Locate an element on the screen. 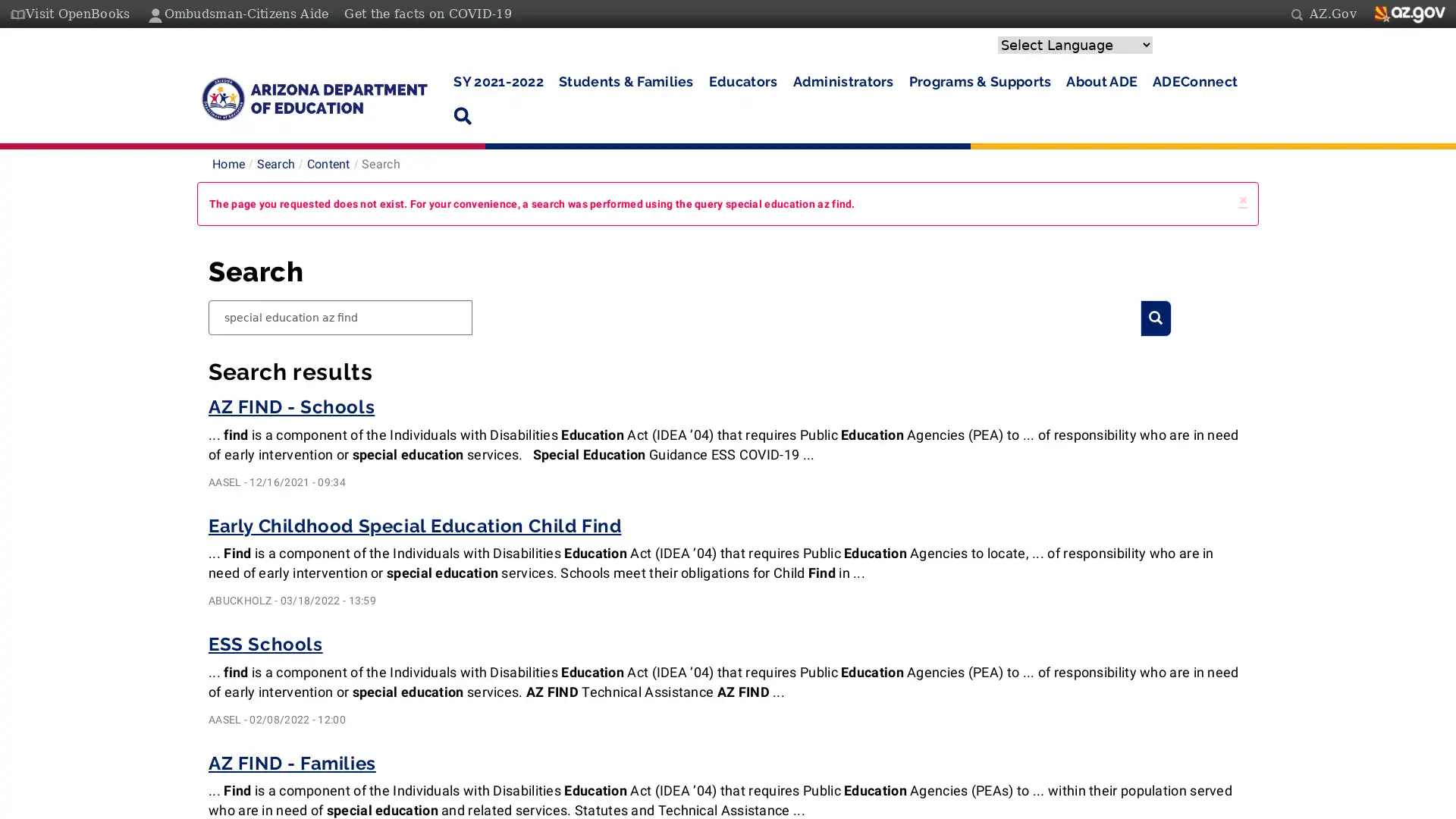  Search is located at coordinates (229, 348).